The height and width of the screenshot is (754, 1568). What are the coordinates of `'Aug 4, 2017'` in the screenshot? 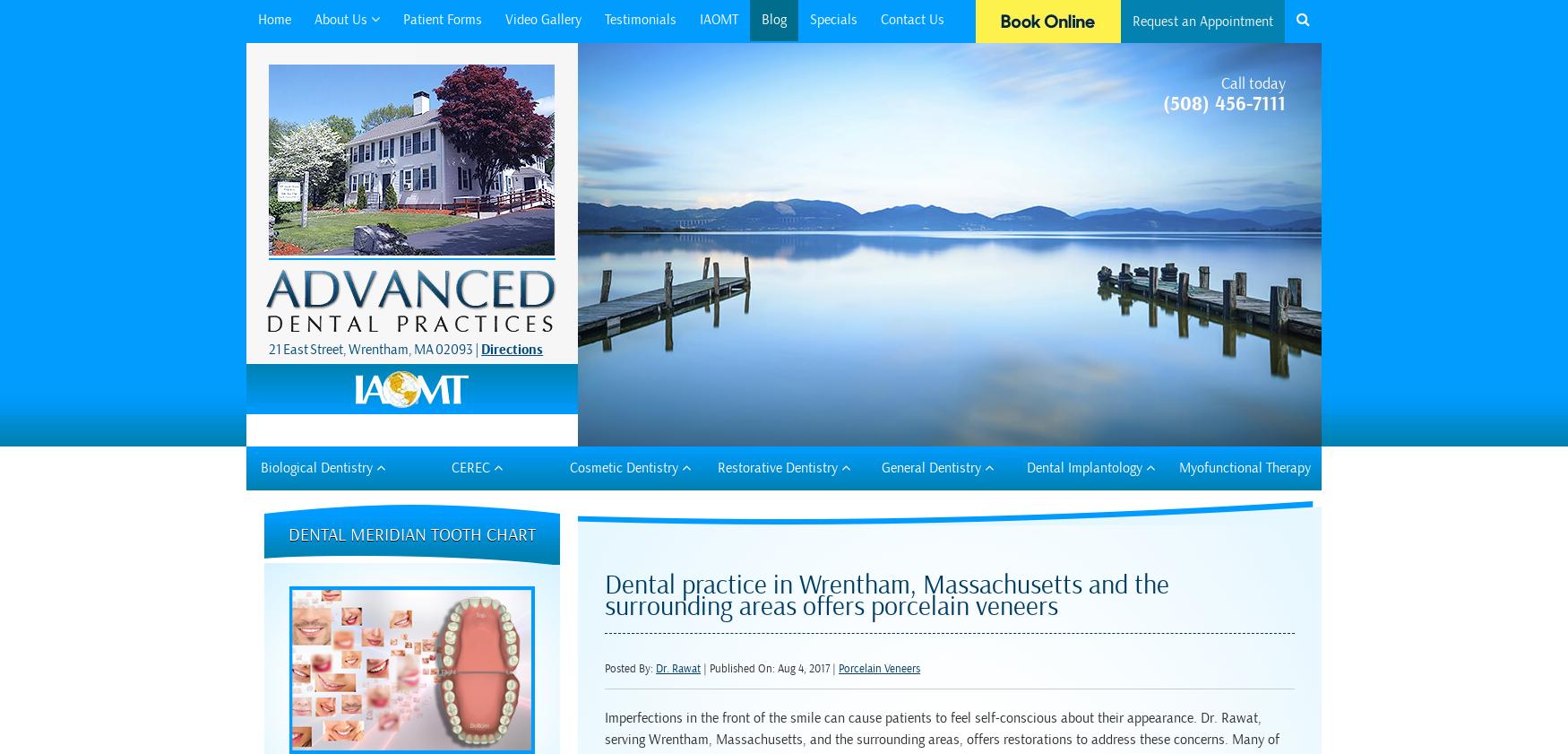 It's located at (803, 668).